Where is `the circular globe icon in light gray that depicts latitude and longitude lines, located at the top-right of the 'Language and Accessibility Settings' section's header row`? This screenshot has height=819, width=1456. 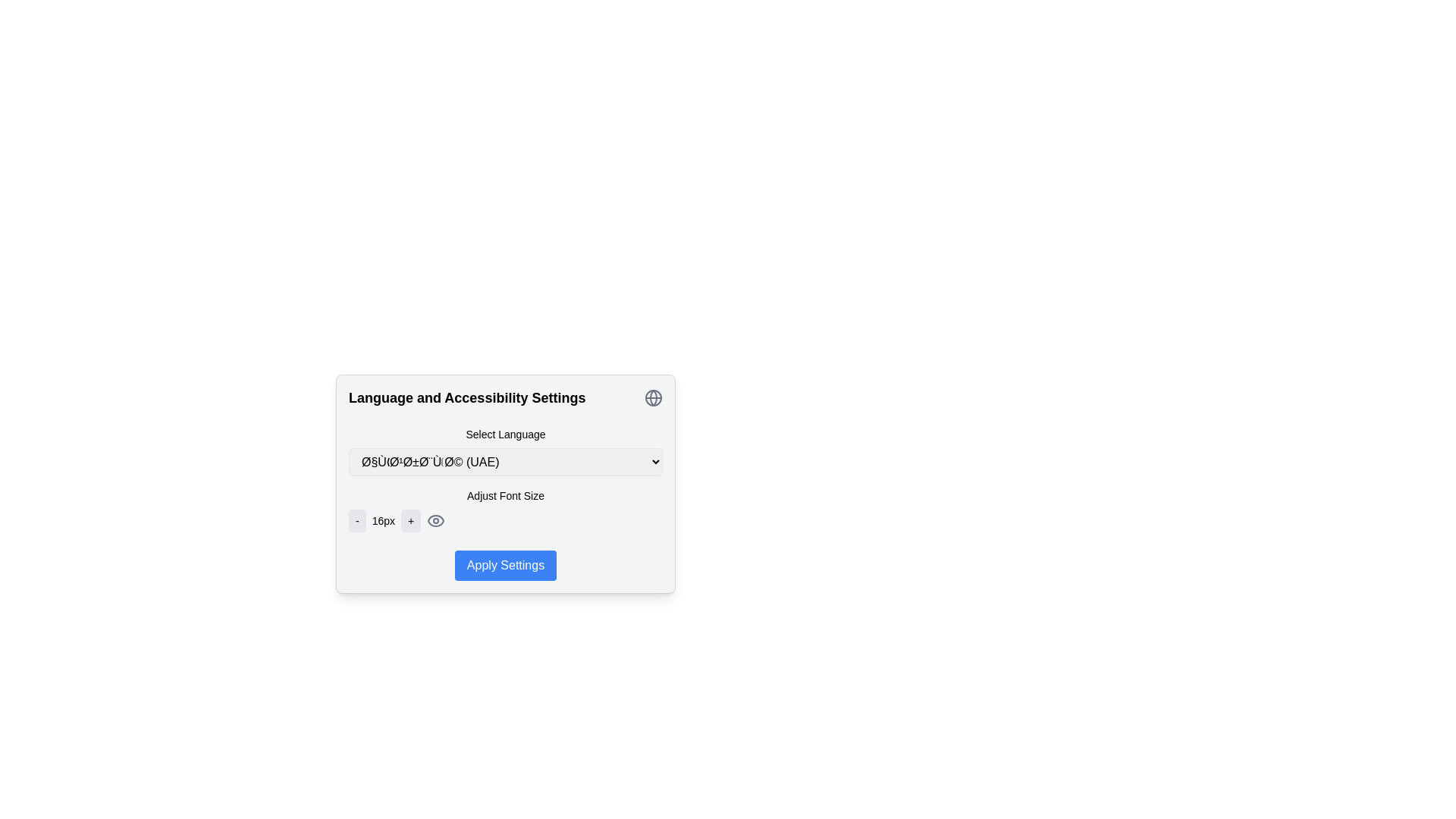
the circular globe icon in light gray that depicts latitude and longitude lines, located at the top-right of the 'Language and Accessibility Settings' section's header row is located at coordinates (654, 397).